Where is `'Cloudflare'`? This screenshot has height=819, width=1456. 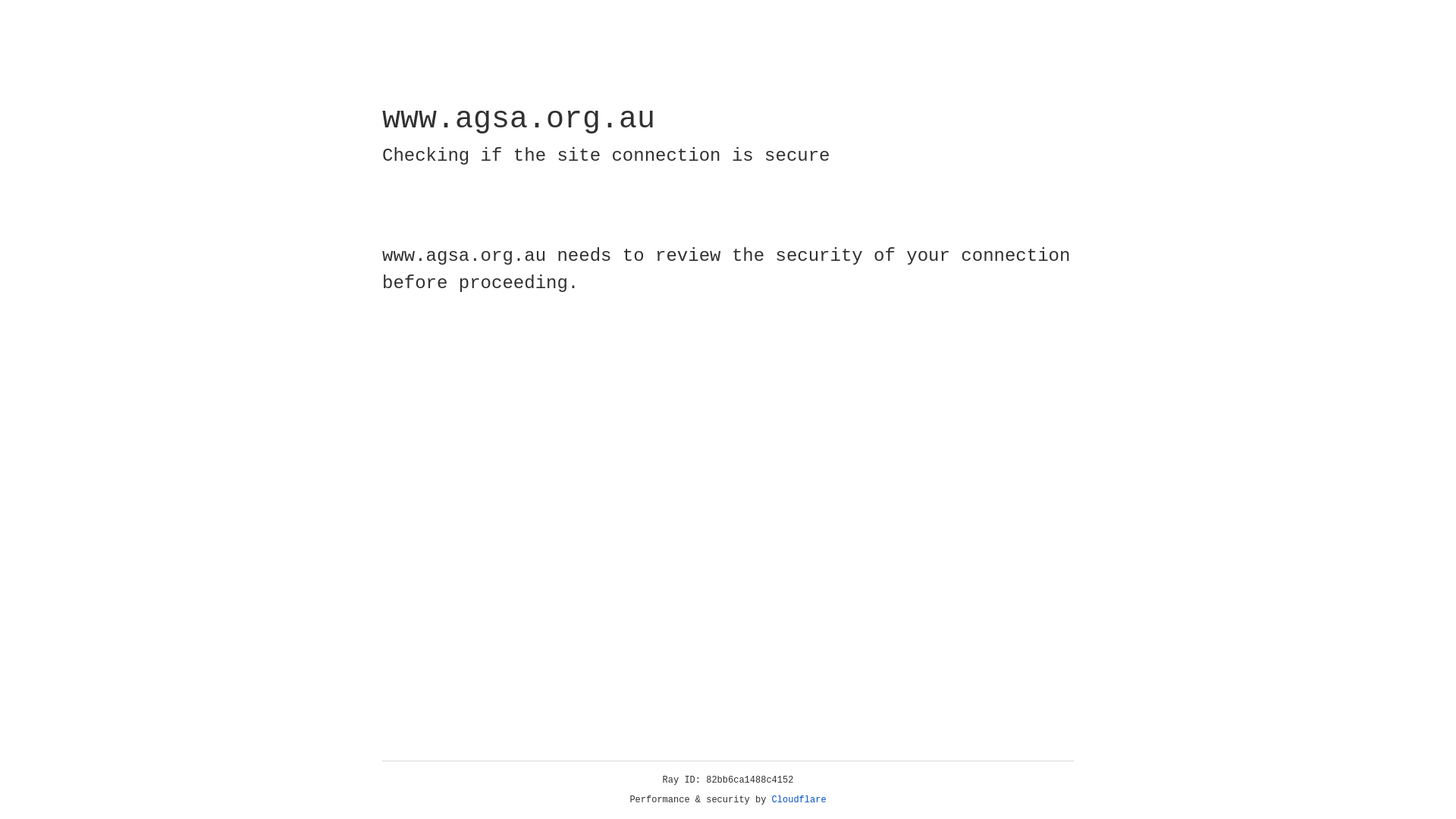
'Cloudflare' is located at coordinates (799, 799).